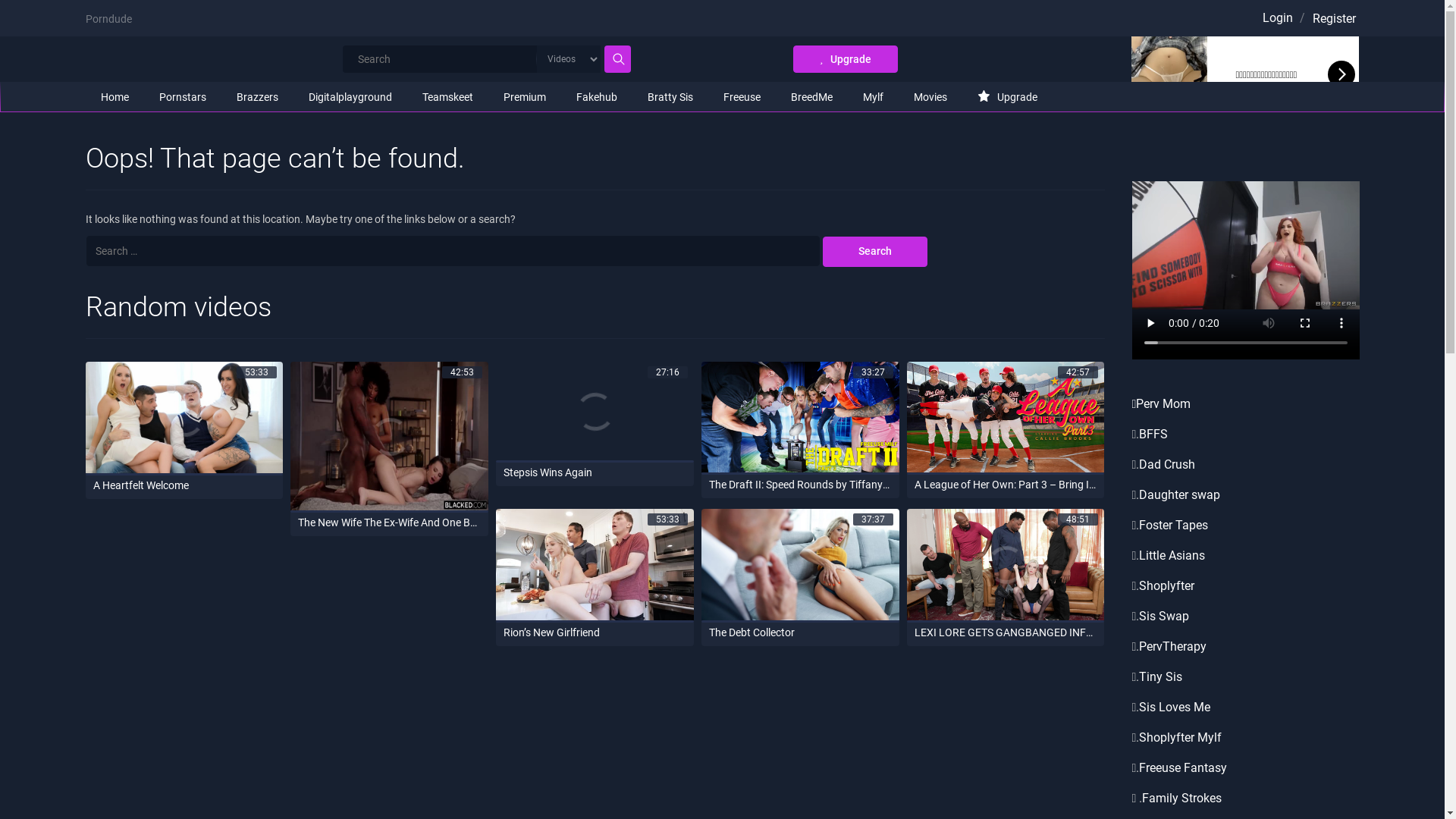  I want to click on 'Dad Crush', so click(1166, 463).